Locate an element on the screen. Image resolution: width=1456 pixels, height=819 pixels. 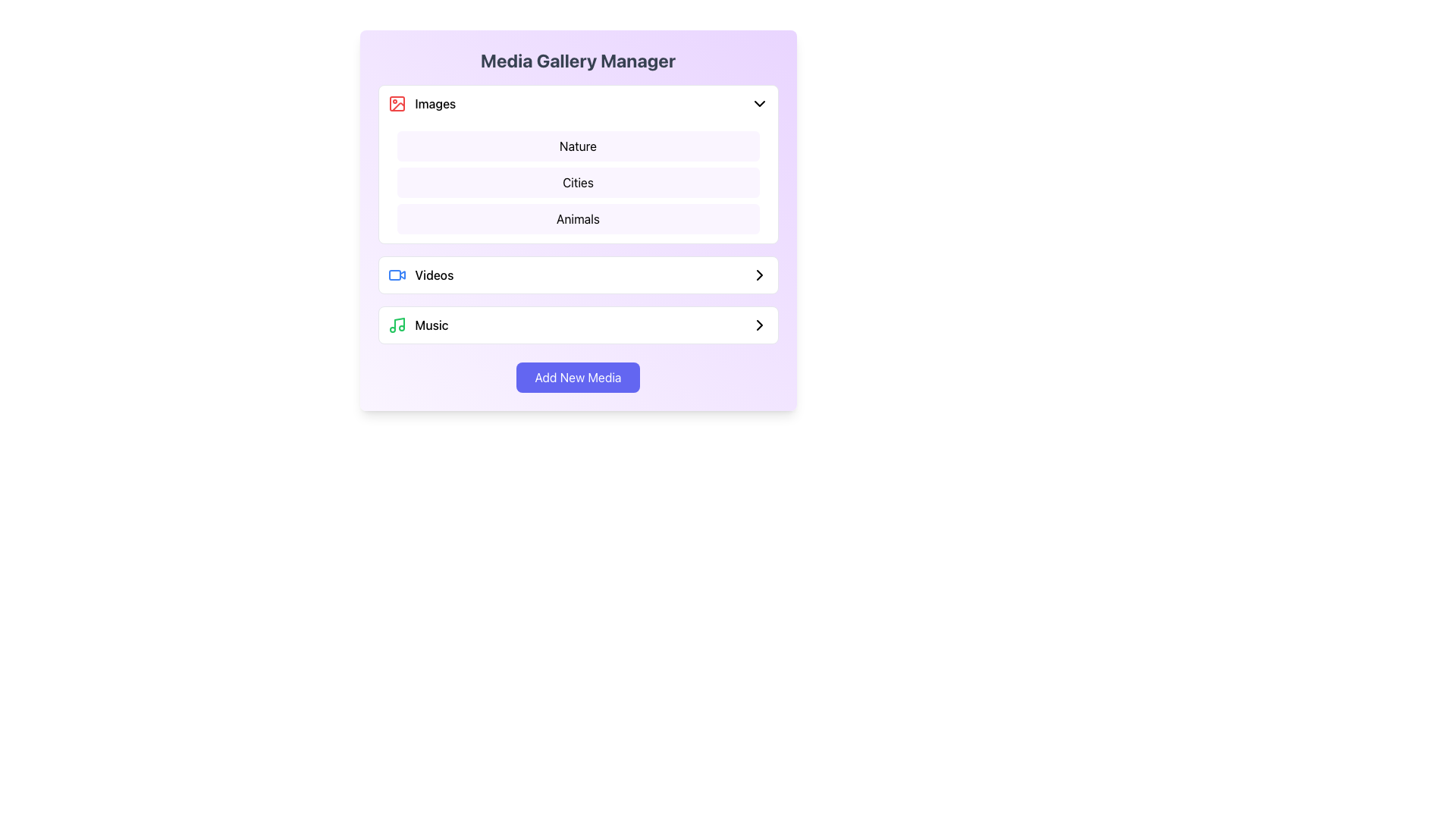
the Text Label displaying 'Animals' with a purple background in the Media Gallery Manager, positioned as the third item in the vertical list under the 'Images' category is located at coordinates (577, 219).